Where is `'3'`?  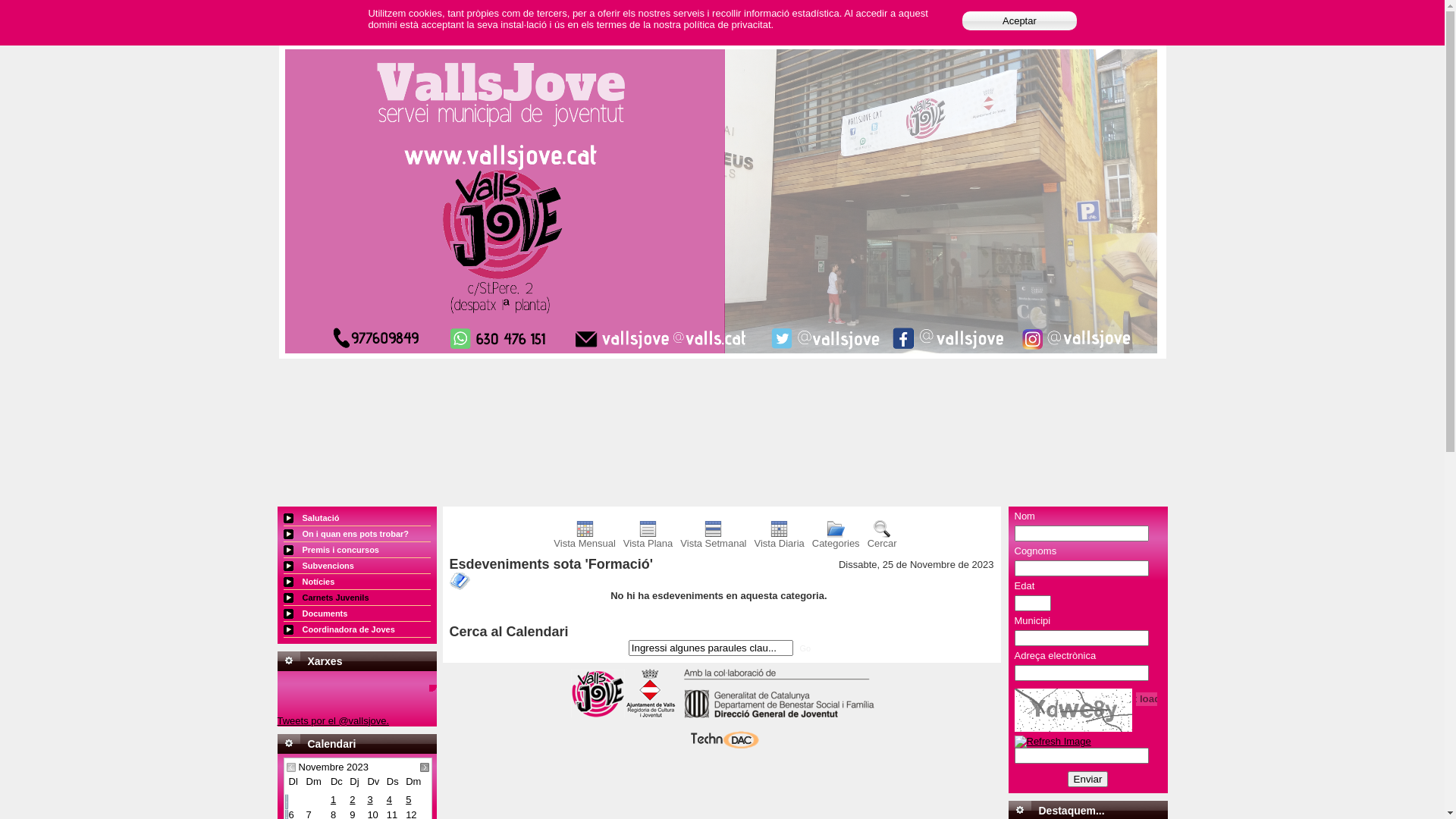
'3' is located at coordinates (369, 799).